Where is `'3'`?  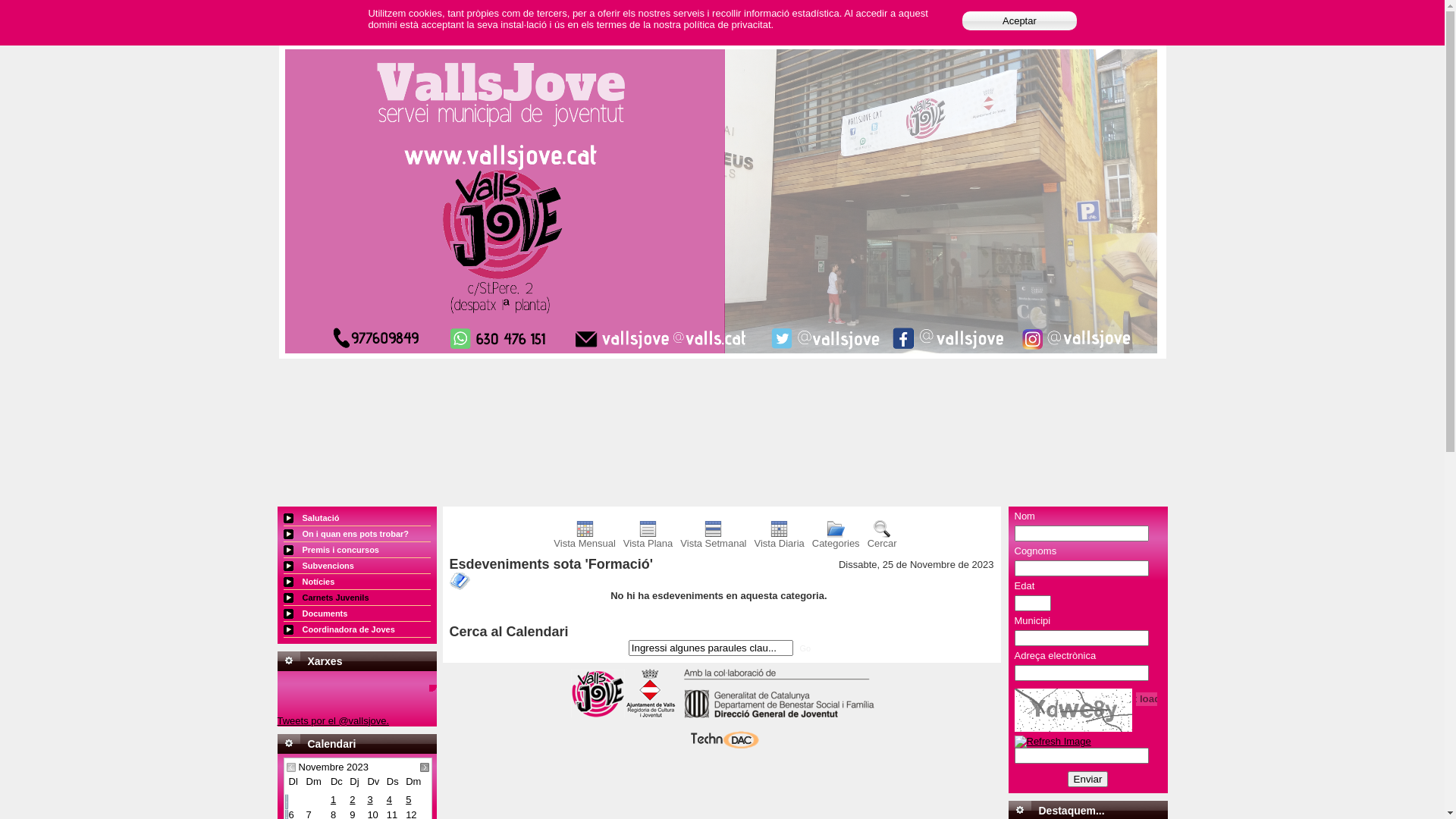
'3' is located at coordinates (369, 799).